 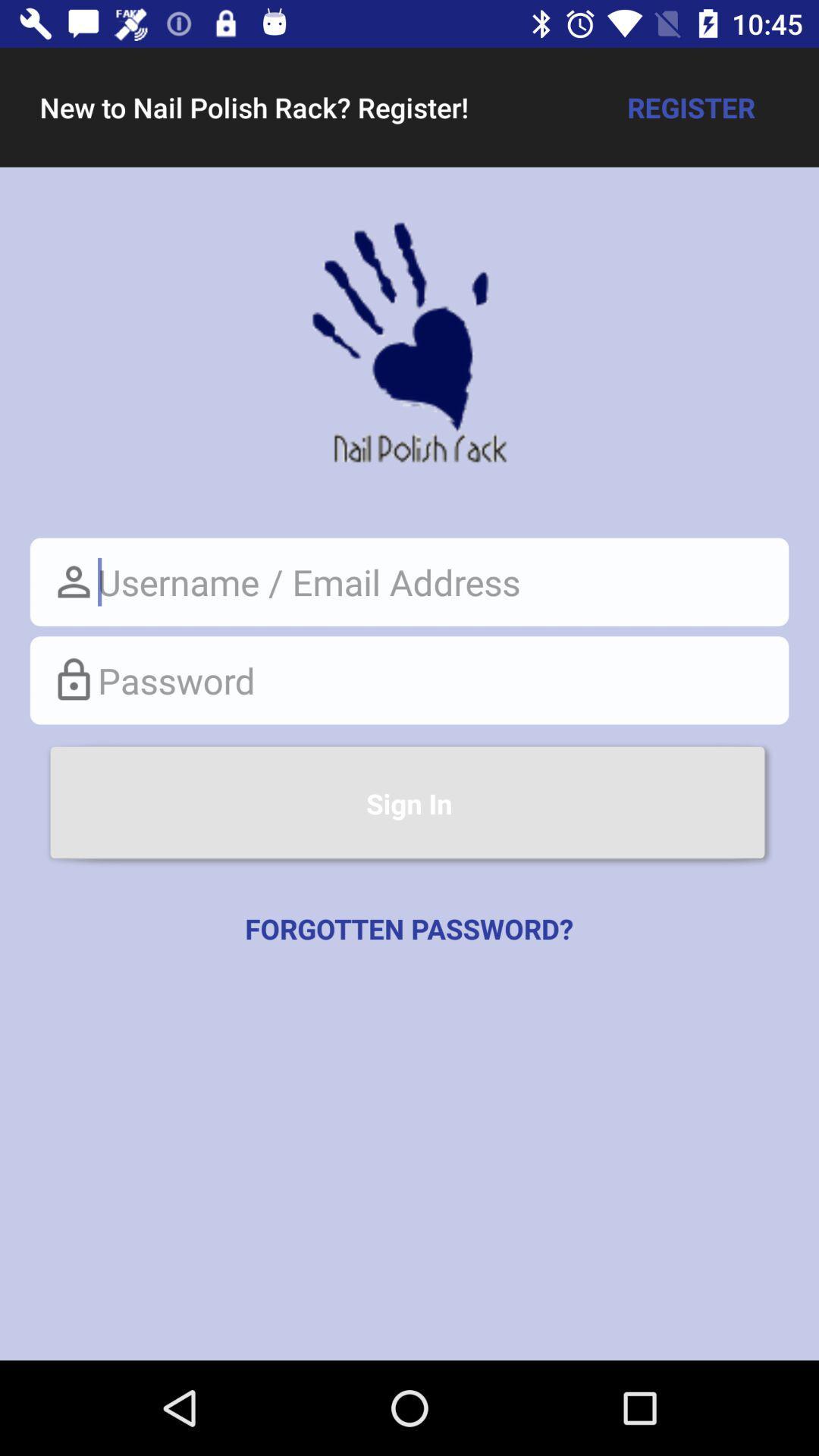 What do you see at coordinates (409, 581) in the screenshot?
I see `username or e-mail field` at bounding box center [409, 581].